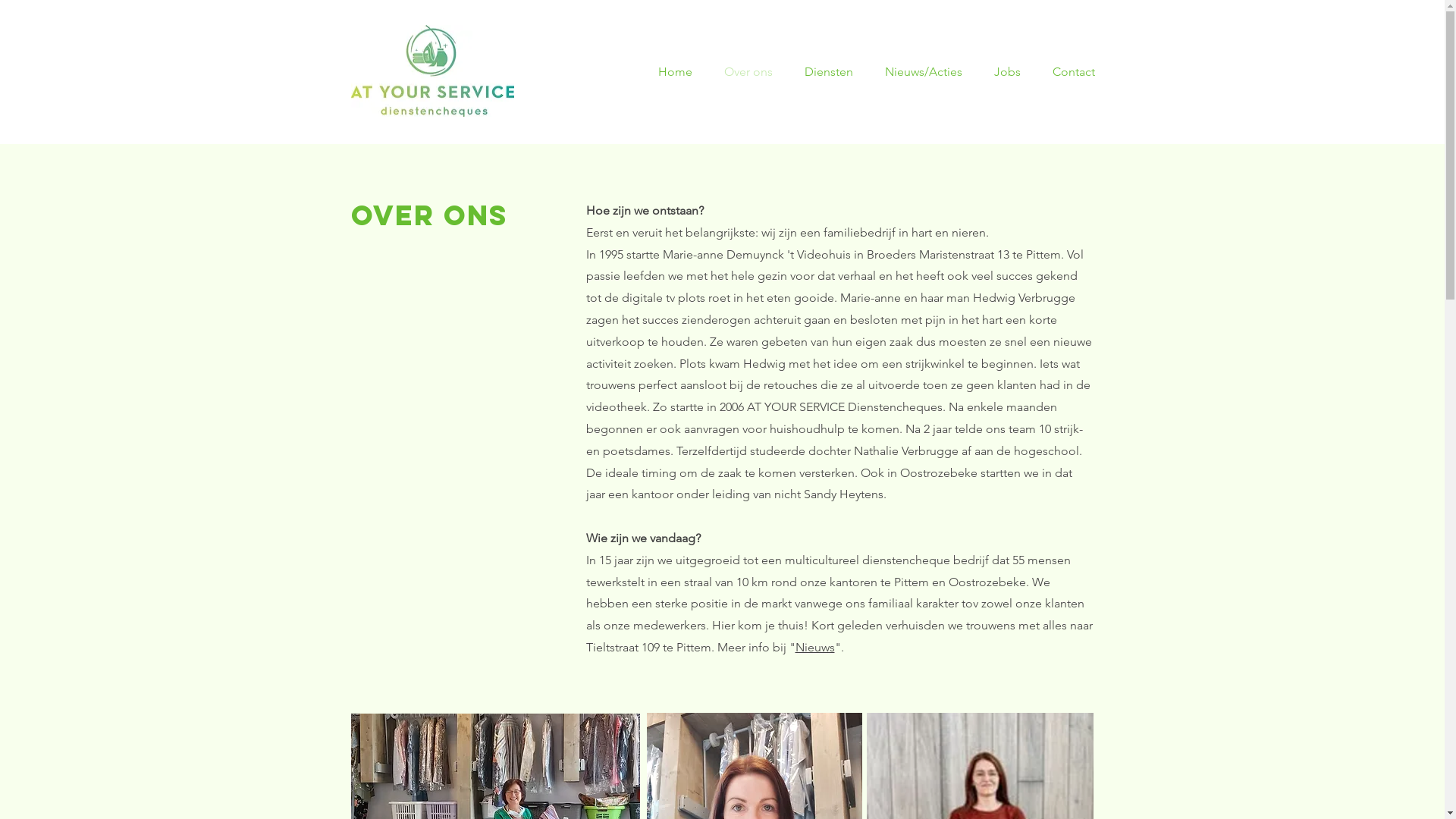 The image size is (1456, 819). What do you see at coordinates (678, 72) in the screenshot?
I see `'Home'` at bounding box center [678, 72].